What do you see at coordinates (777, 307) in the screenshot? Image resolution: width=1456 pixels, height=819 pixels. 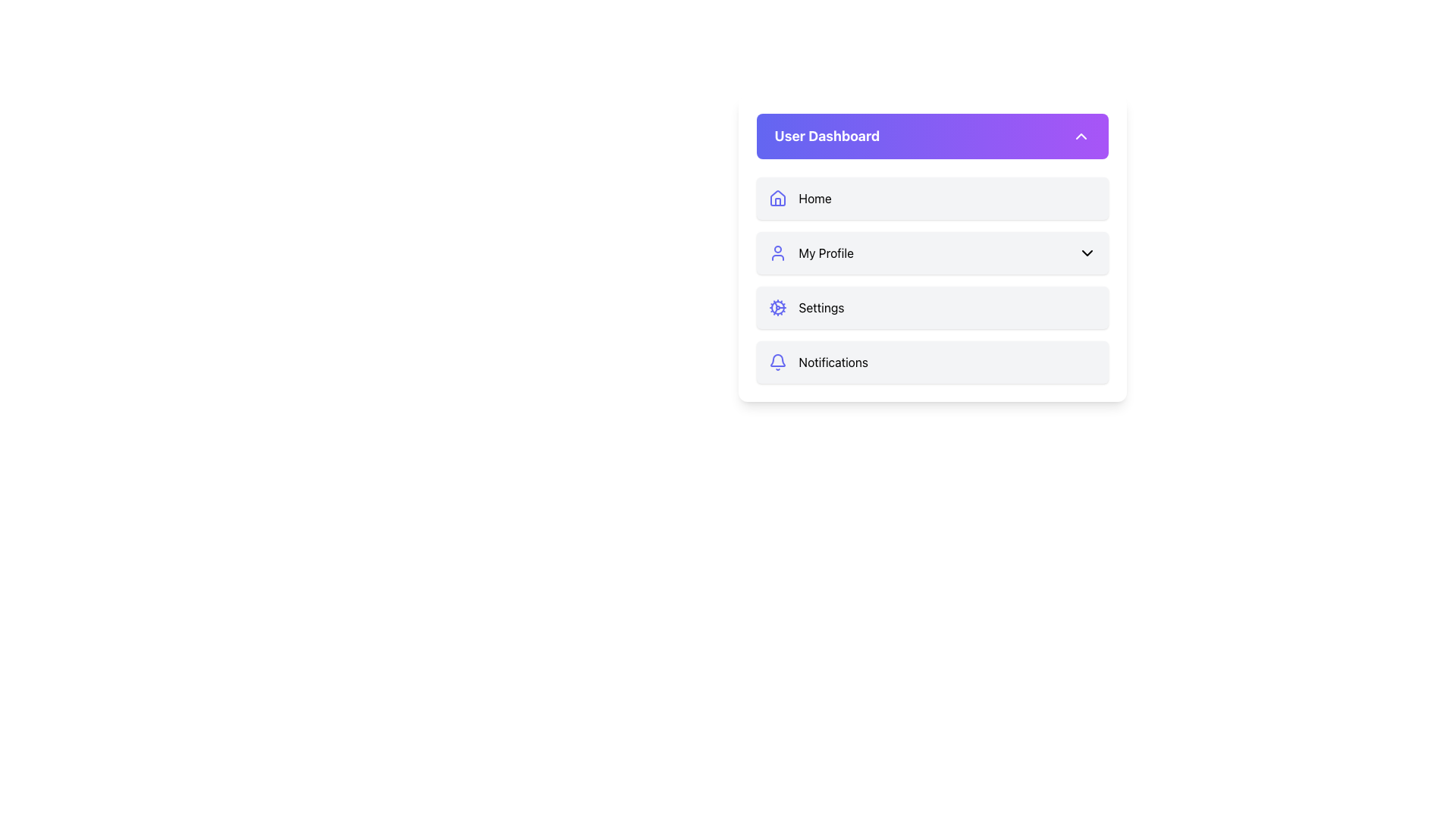 I see `the settings icon located to the left of the text 'Settings' in the User Dashboard menu` at bounding box center [777, 307].